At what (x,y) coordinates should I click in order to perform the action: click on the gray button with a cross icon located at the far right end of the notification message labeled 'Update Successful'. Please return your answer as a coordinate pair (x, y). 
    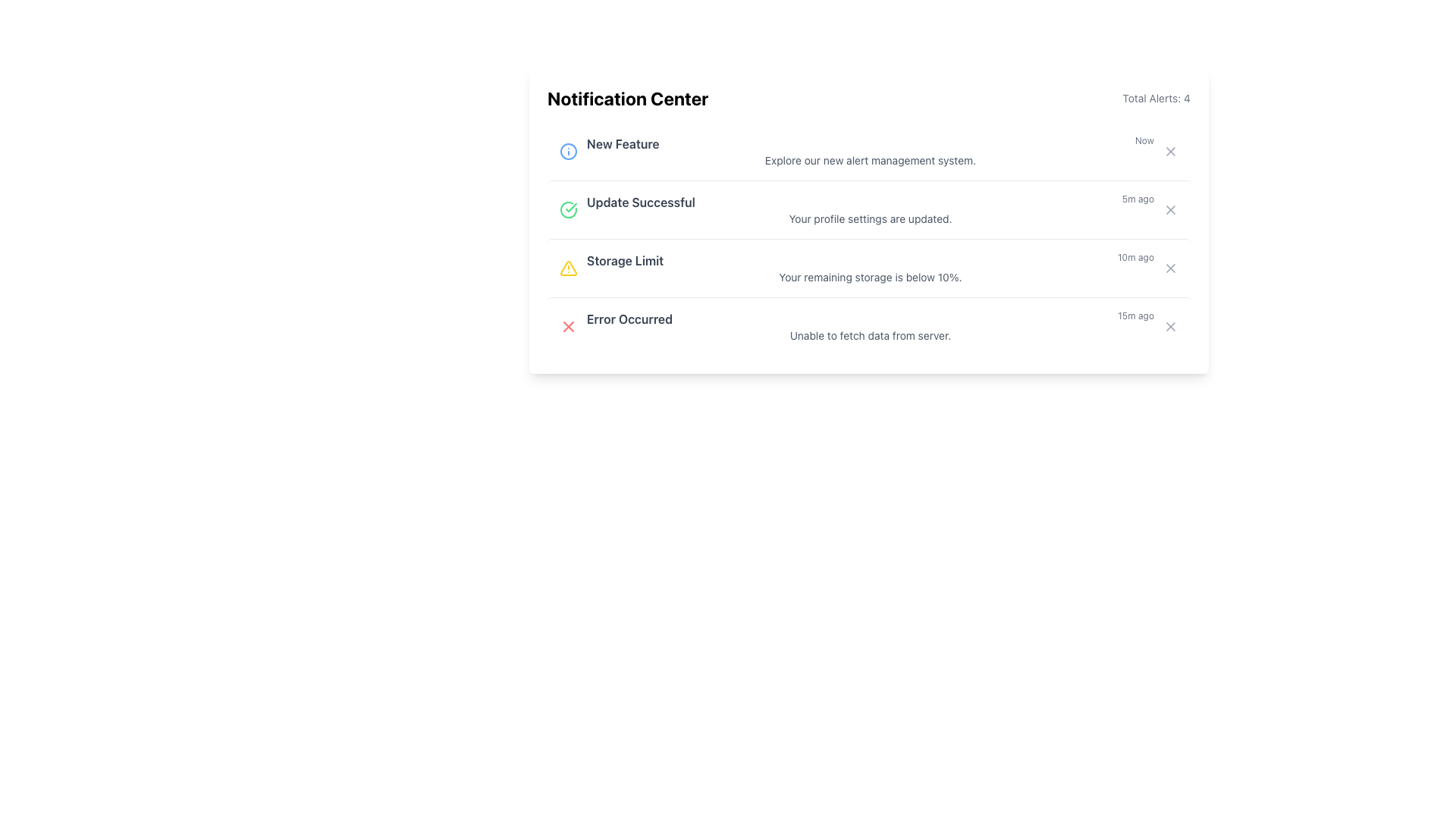
    Looking at the image, I should click on (1170, 210).